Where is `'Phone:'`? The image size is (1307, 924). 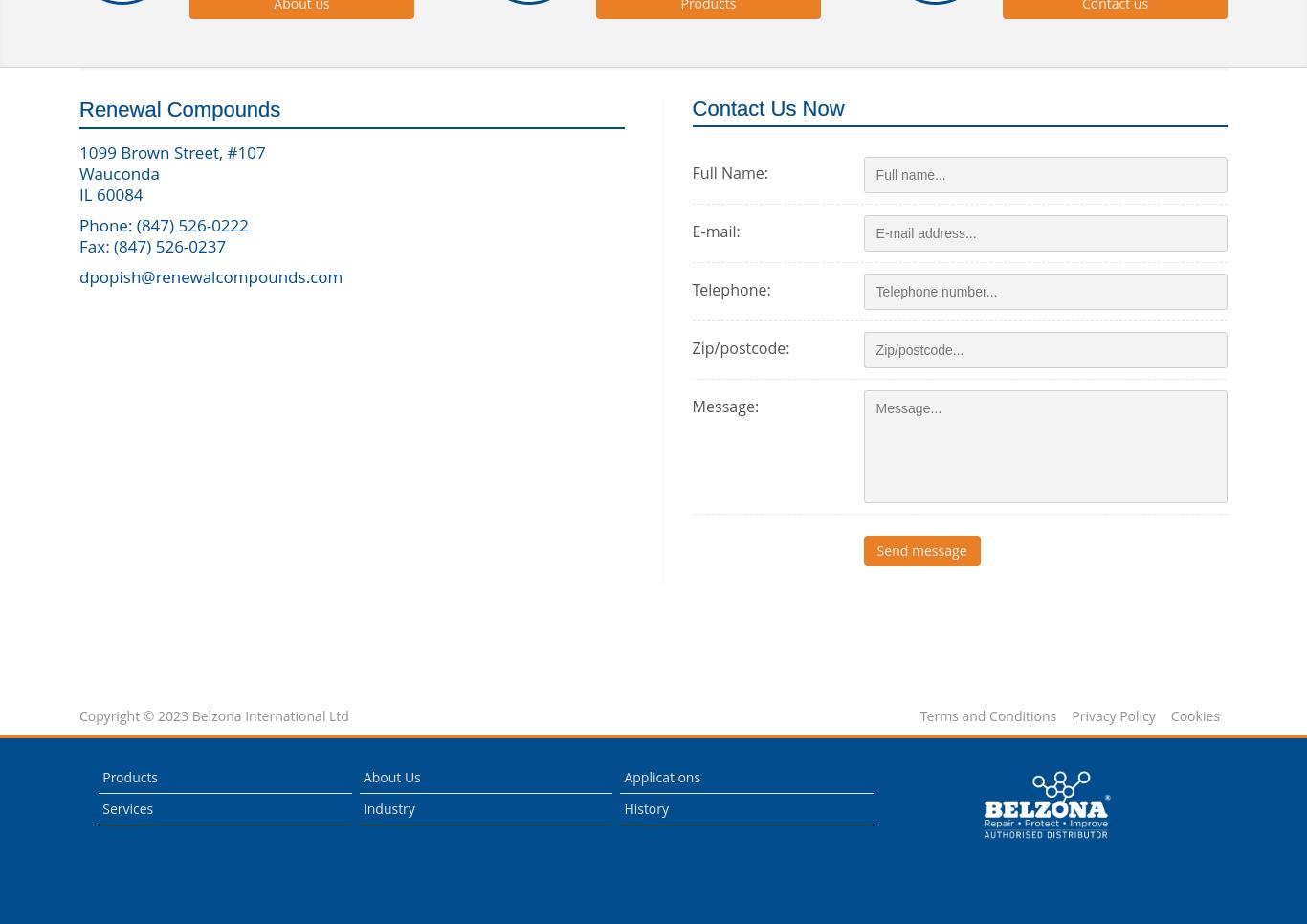
'Phone:' is located at coordinates (107, 223).